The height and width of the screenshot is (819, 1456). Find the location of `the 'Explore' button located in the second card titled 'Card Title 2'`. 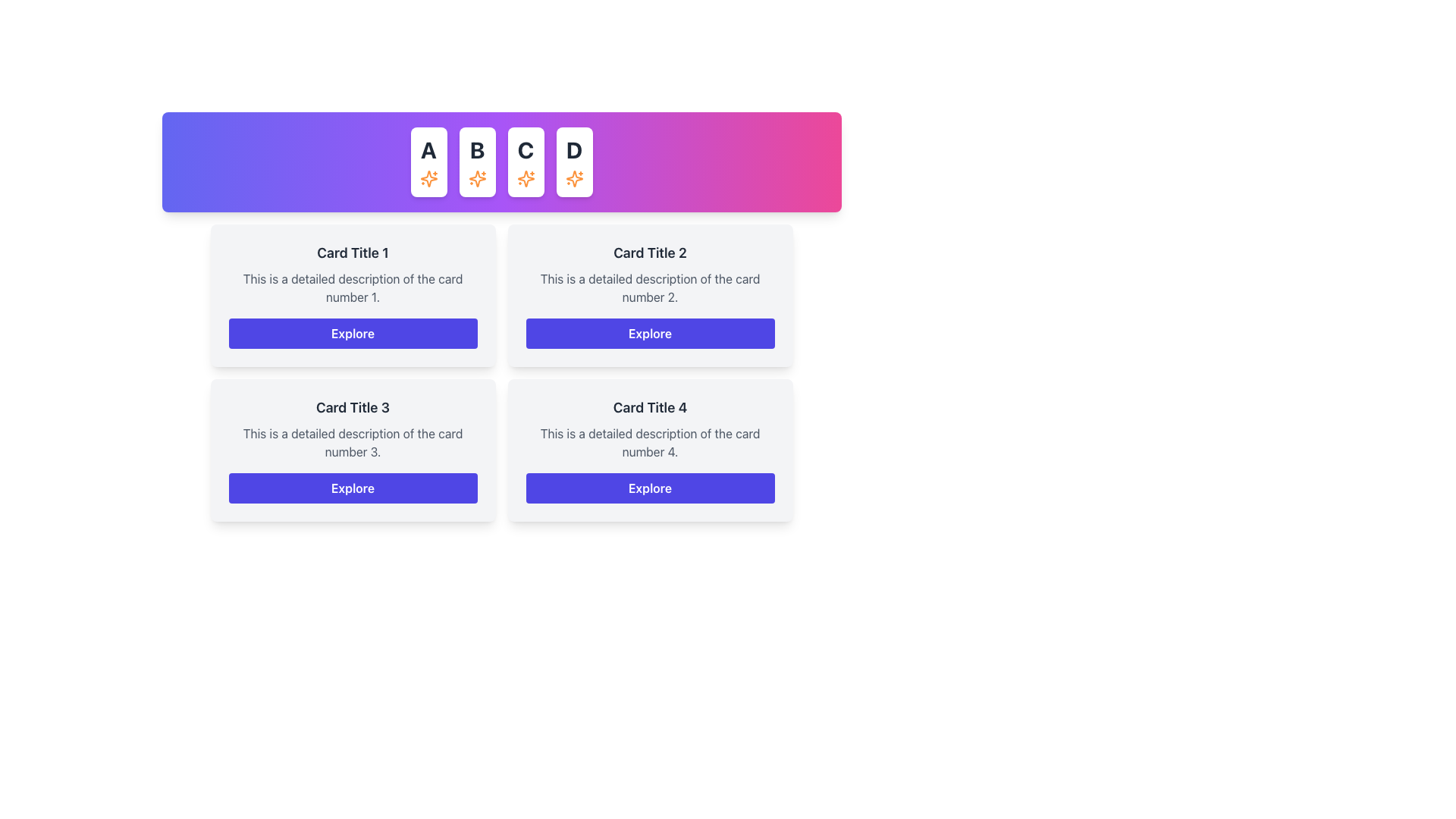

the 'Explore' button located in the second card titled 'Card Title 2' is located at coordinates (650, 332).